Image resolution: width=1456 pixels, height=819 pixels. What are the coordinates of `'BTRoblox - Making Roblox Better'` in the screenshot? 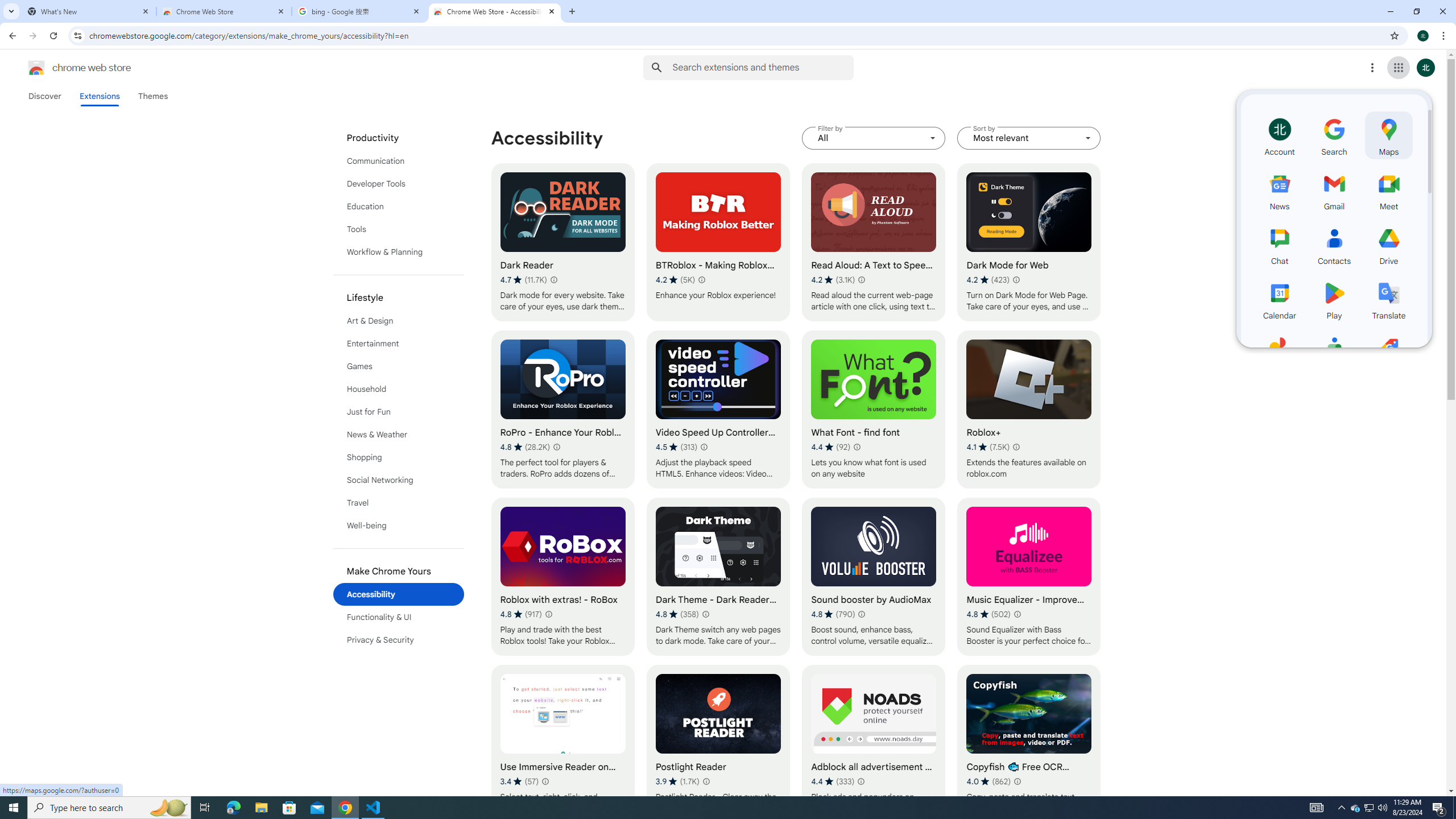 It's located at (718, 242).